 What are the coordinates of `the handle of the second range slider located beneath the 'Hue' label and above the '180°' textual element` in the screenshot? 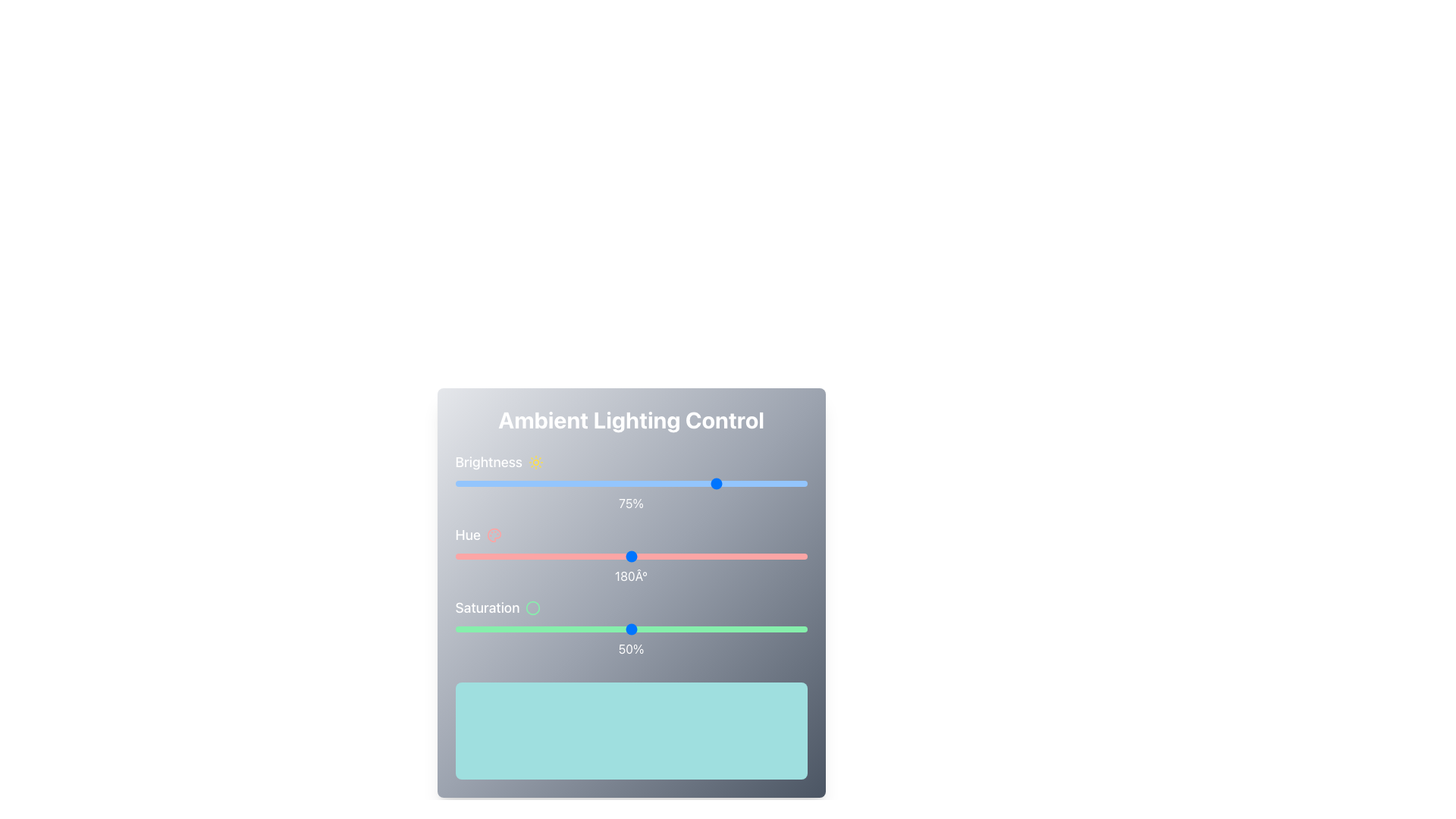 It's located at (631, 556).